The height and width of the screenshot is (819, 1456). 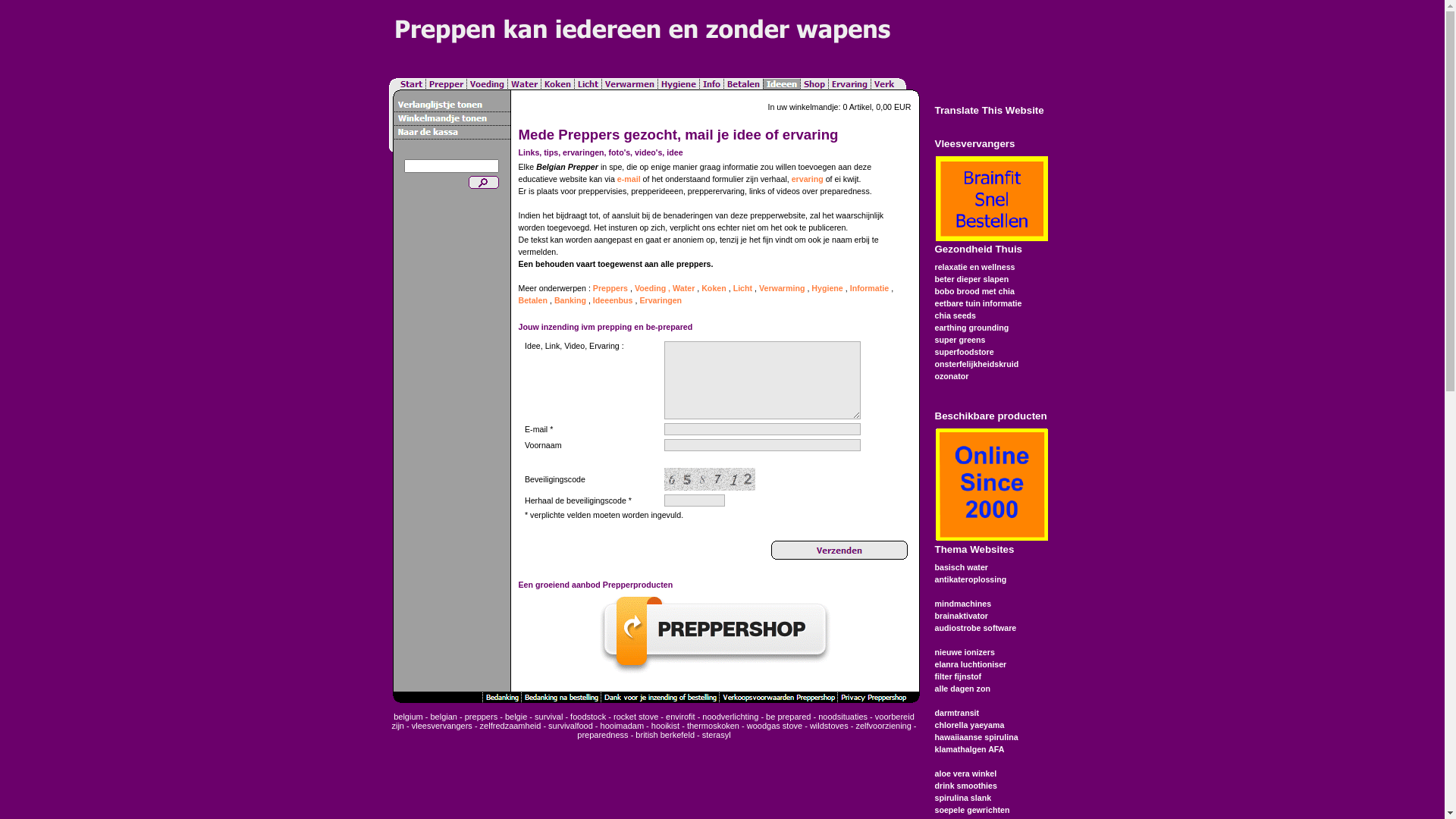 What do you see at coordinates (977, 303) in the screenshot?
I see `'eetbare tuin informatie'` at bounding box center [977, 303].